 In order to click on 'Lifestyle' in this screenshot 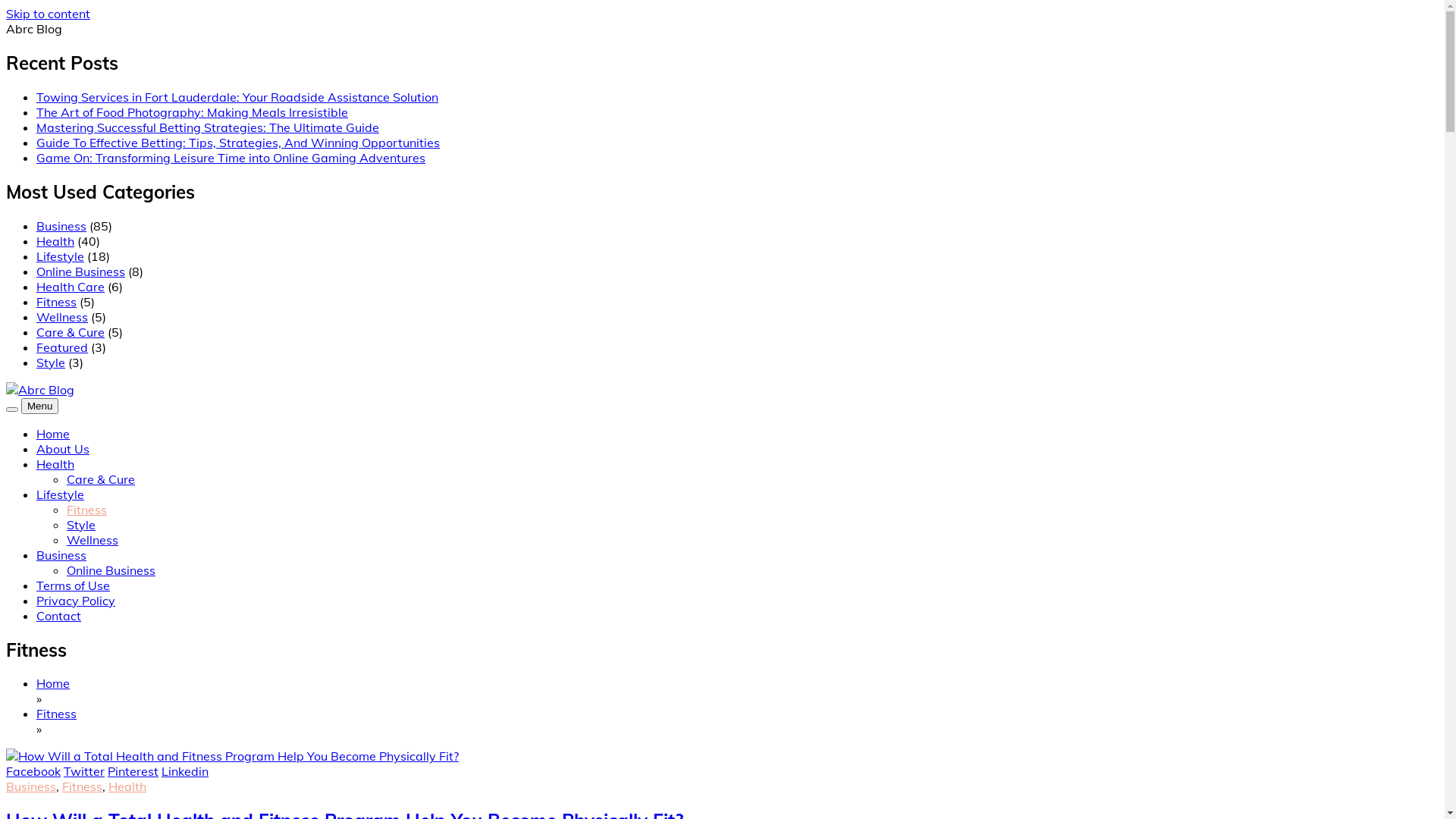, I will do `click(60, 256)`.